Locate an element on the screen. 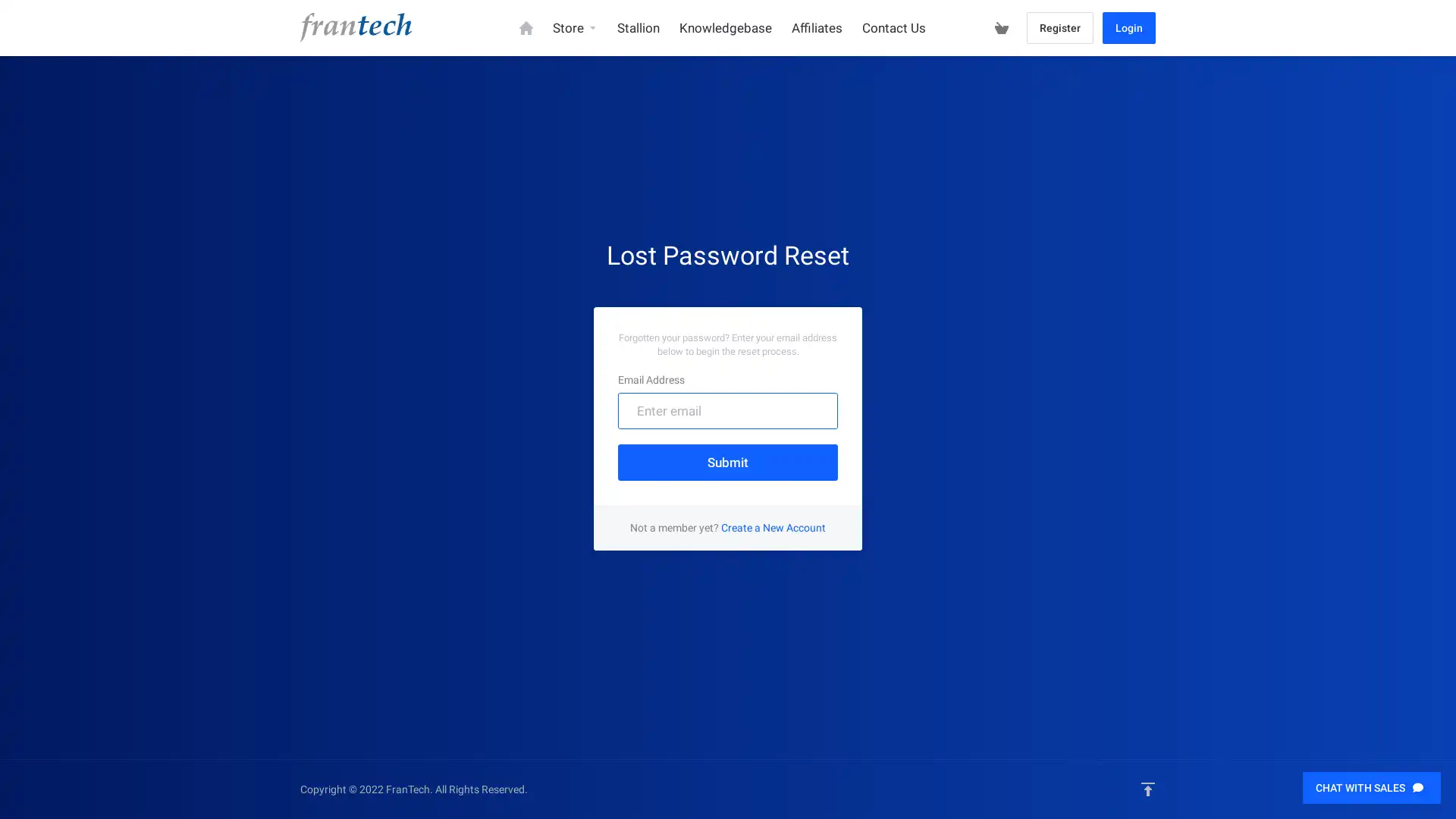 This screenshot has width=1456, height=819. Submit is located at coordinates (728, 461).